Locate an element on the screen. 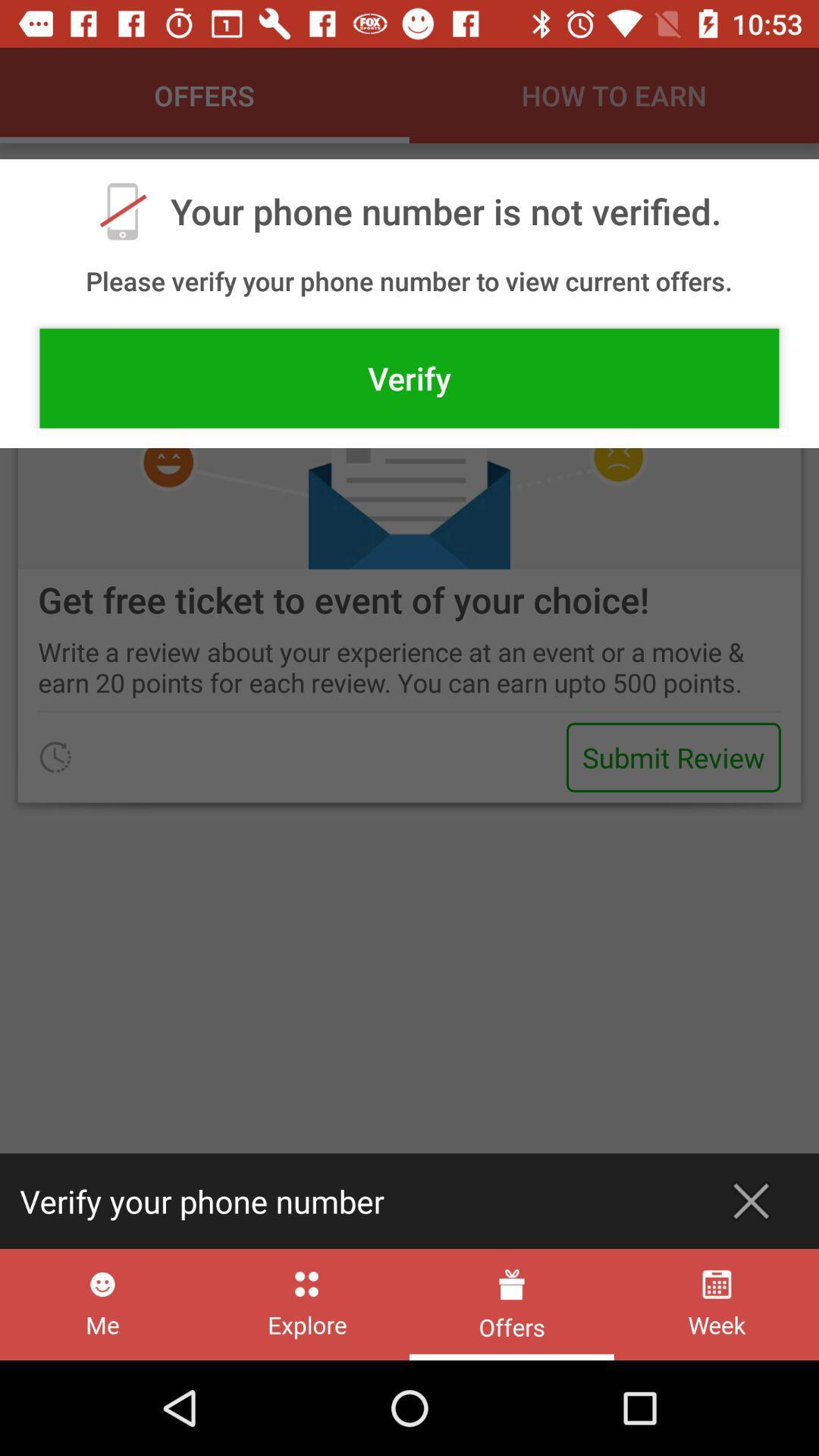  the close icon is located at coordinates (751, 1200).